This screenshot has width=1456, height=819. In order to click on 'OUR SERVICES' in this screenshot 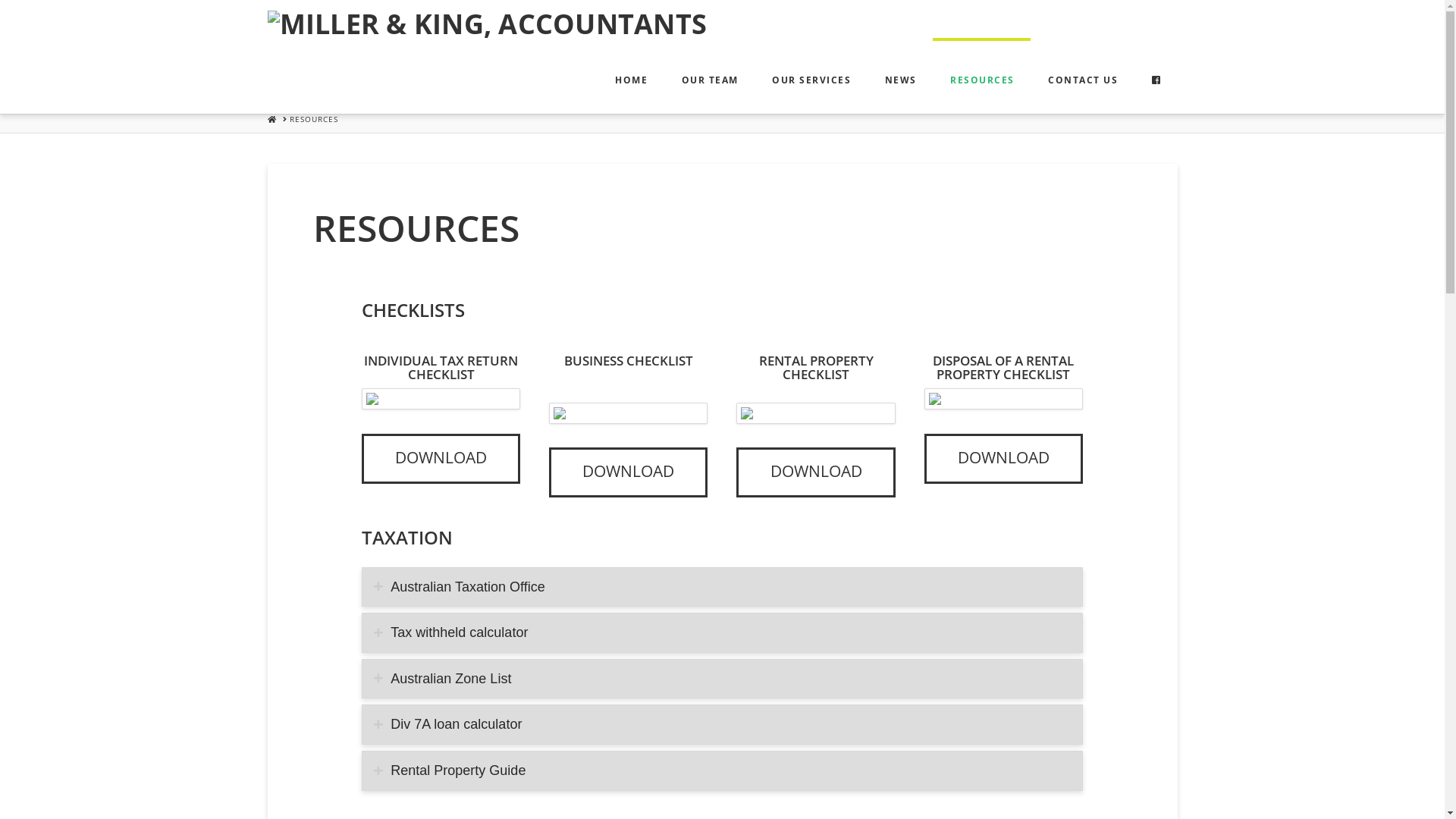, I will do `click(754, 76)`.